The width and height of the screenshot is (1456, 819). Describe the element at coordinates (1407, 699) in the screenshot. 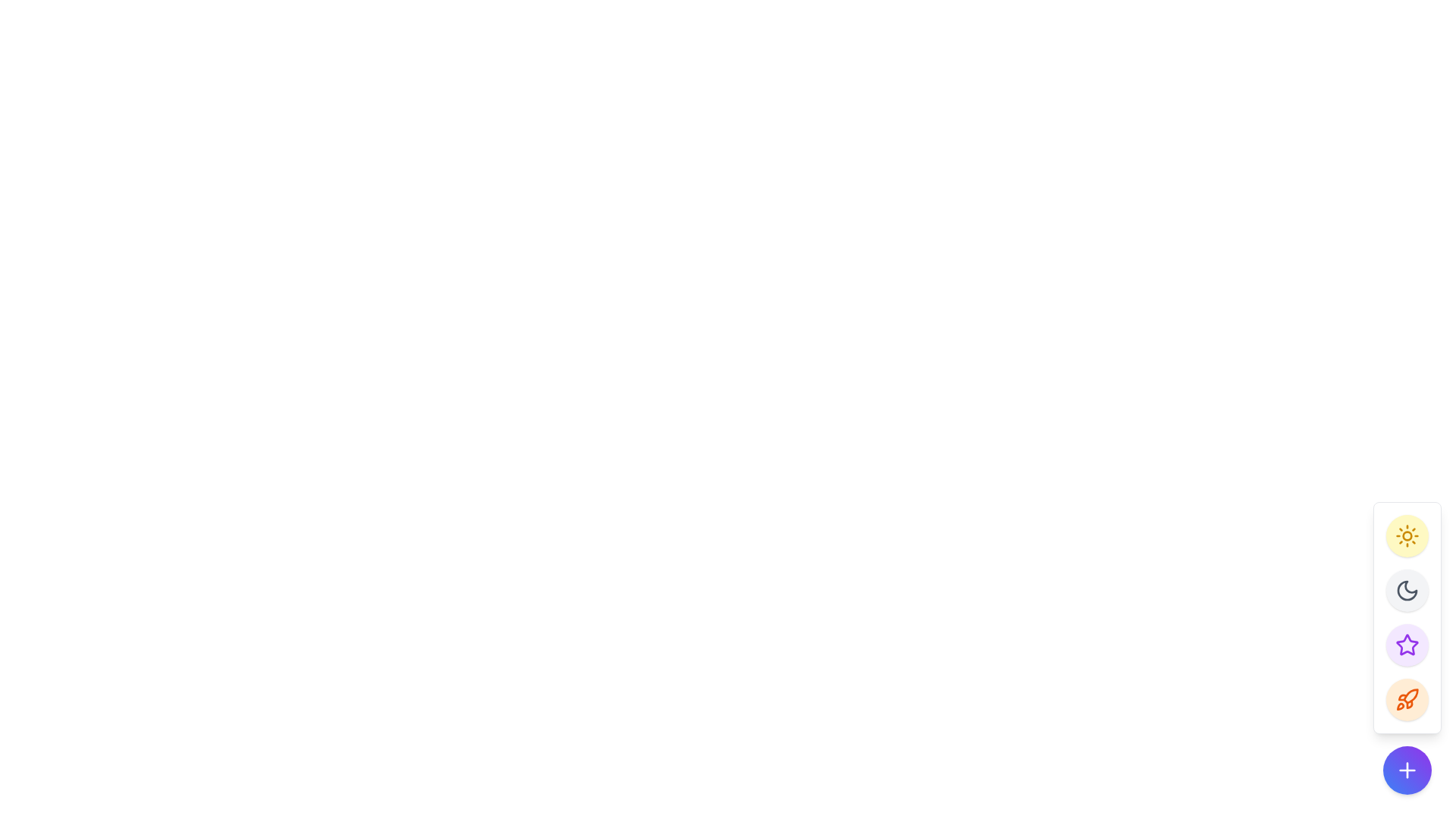

I see `the bottommost circular button in the floating panel that triggers an action related to the rocket symbol for keyboard interaction` at that location.